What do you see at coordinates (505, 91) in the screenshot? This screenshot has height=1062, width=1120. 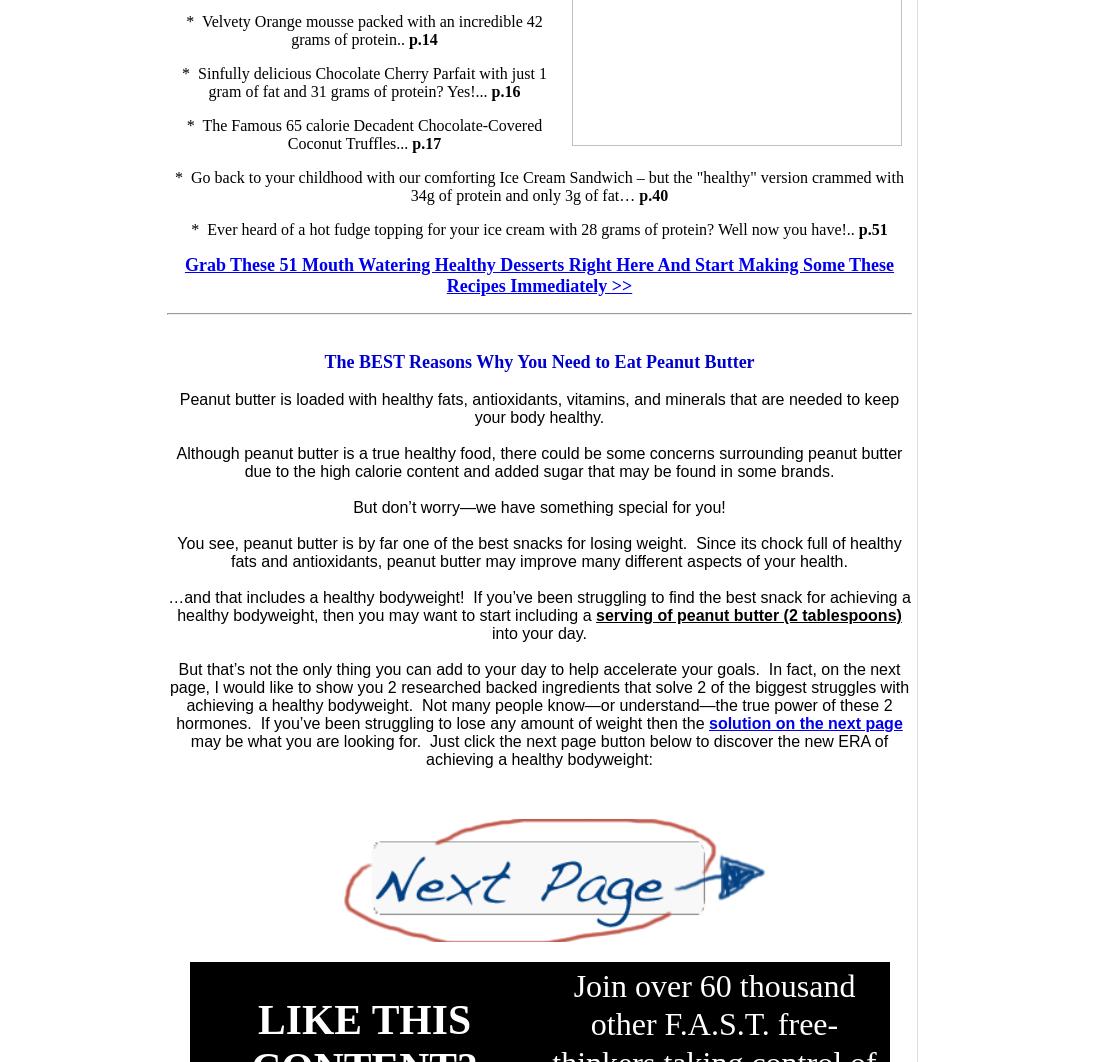 I see `'p.16'` at bounding box center [505, 91].